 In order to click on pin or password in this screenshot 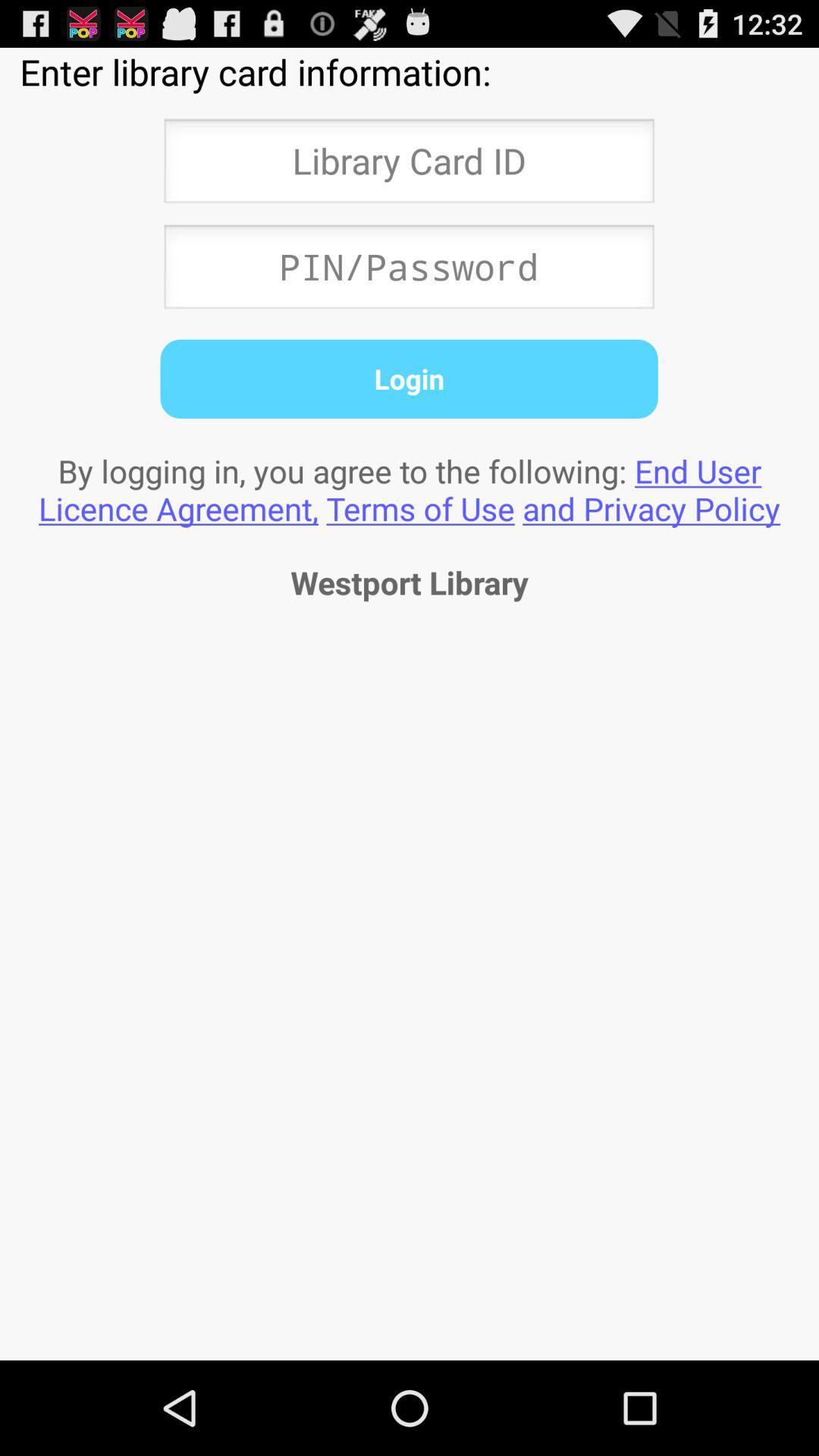, I will do `click(408, 271)`.